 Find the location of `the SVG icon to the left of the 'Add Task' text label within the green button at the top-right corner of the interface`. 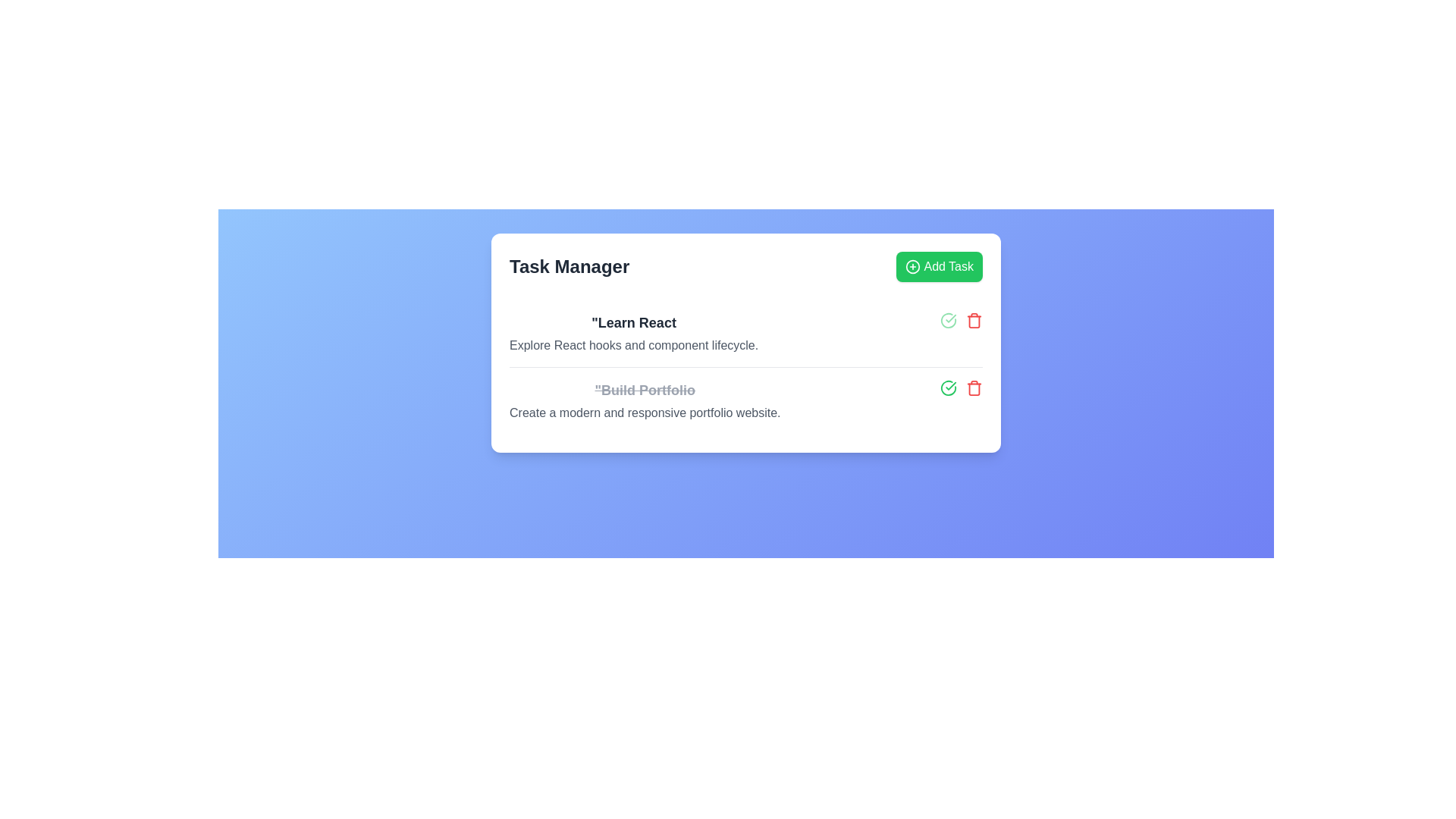

the SVG icon to the left of the 'Add Task' text label within the green button at the top-right corner of the interface is located at coordinates (912, 265).